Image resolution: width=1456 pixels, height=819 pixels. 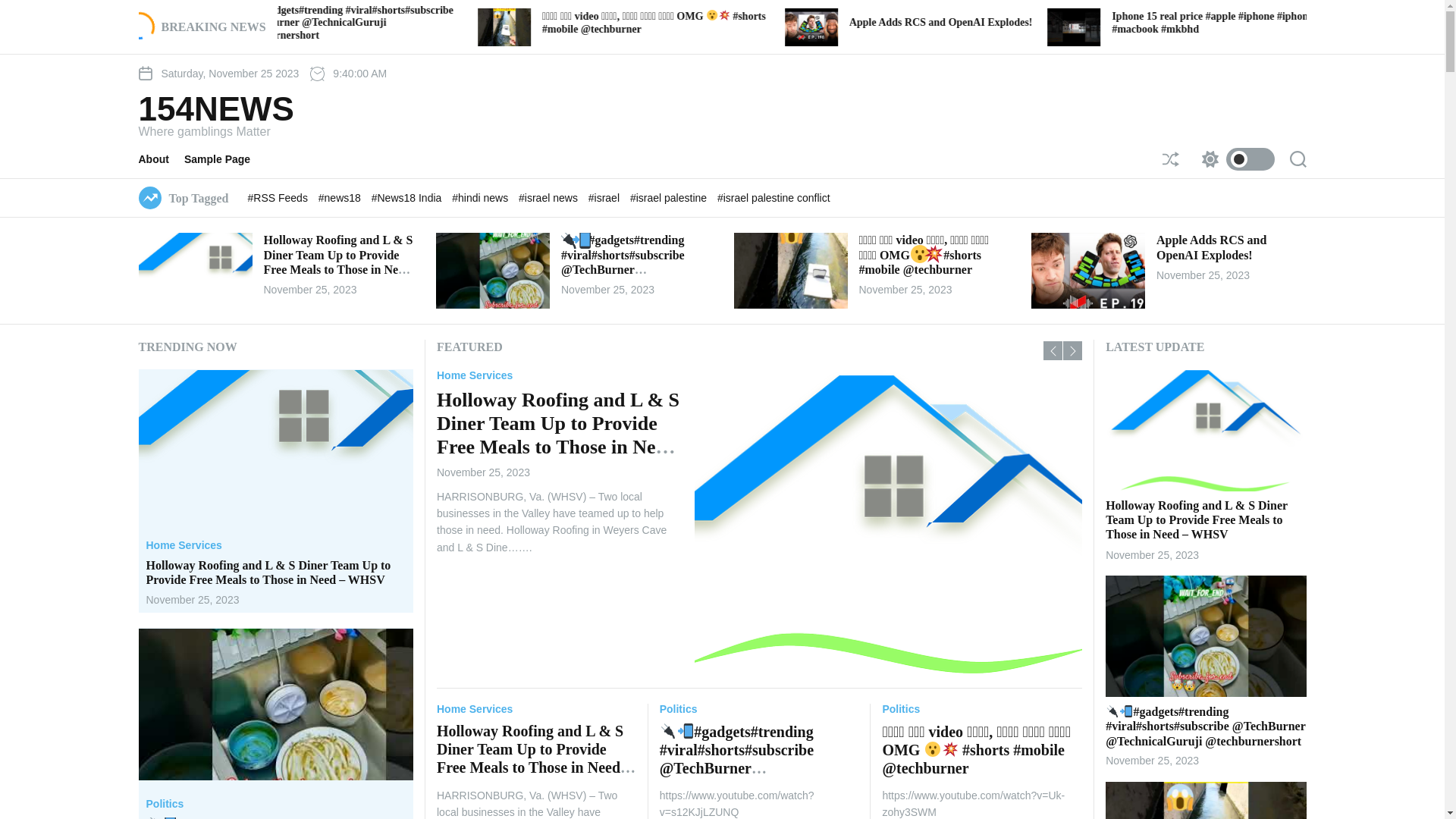 I want to click on '#israel palestine', so click(x=669, y=197).